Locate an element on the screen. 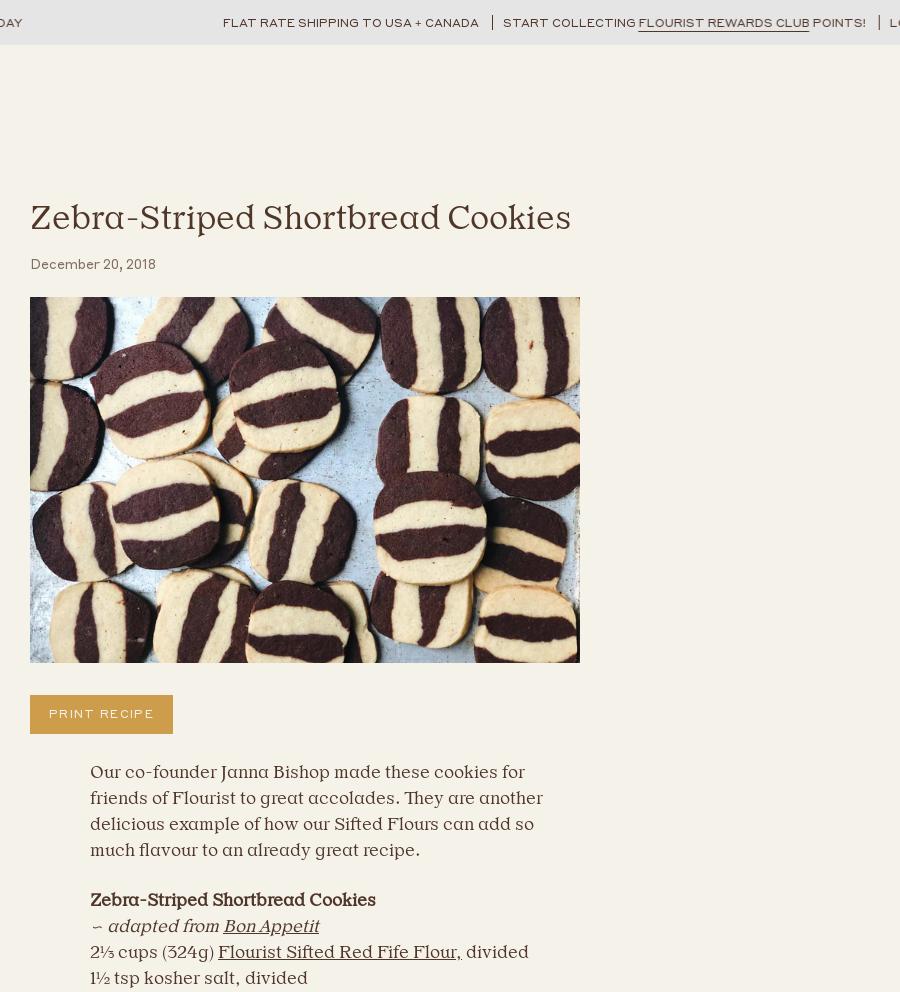 The width and height of the screenshot is (900, 992). 'Cyndy Zustovich' is located at coordinates (100, 472).